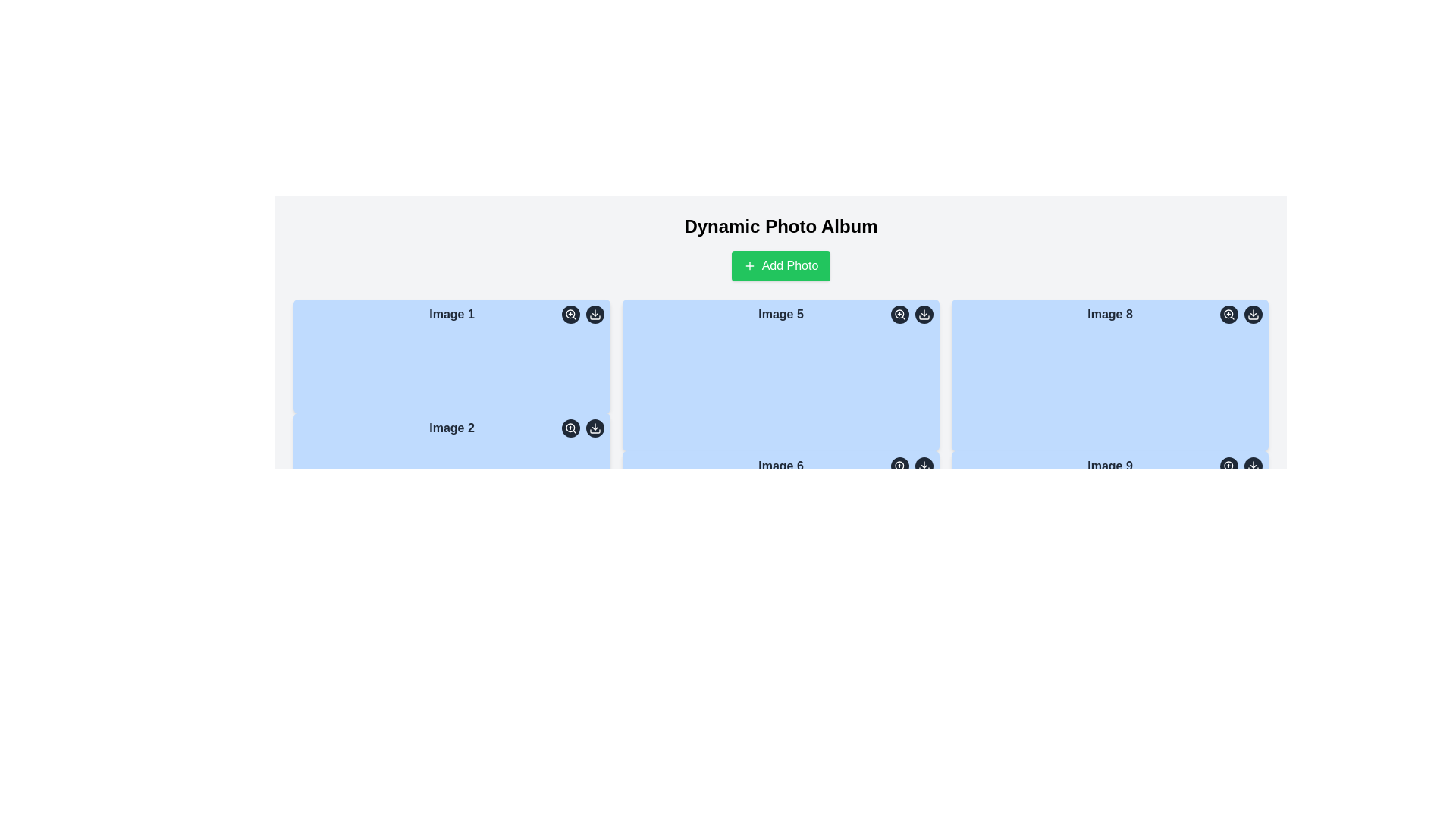 This screenshot has width=1456, height=819. Describe the element at coordinates (1228, 313) in the screenshot. I see `the central circular part of the SVG icon representing a 'zoom-in' action located in the top-right corner of the card labeled 'Image 8'` at that location.